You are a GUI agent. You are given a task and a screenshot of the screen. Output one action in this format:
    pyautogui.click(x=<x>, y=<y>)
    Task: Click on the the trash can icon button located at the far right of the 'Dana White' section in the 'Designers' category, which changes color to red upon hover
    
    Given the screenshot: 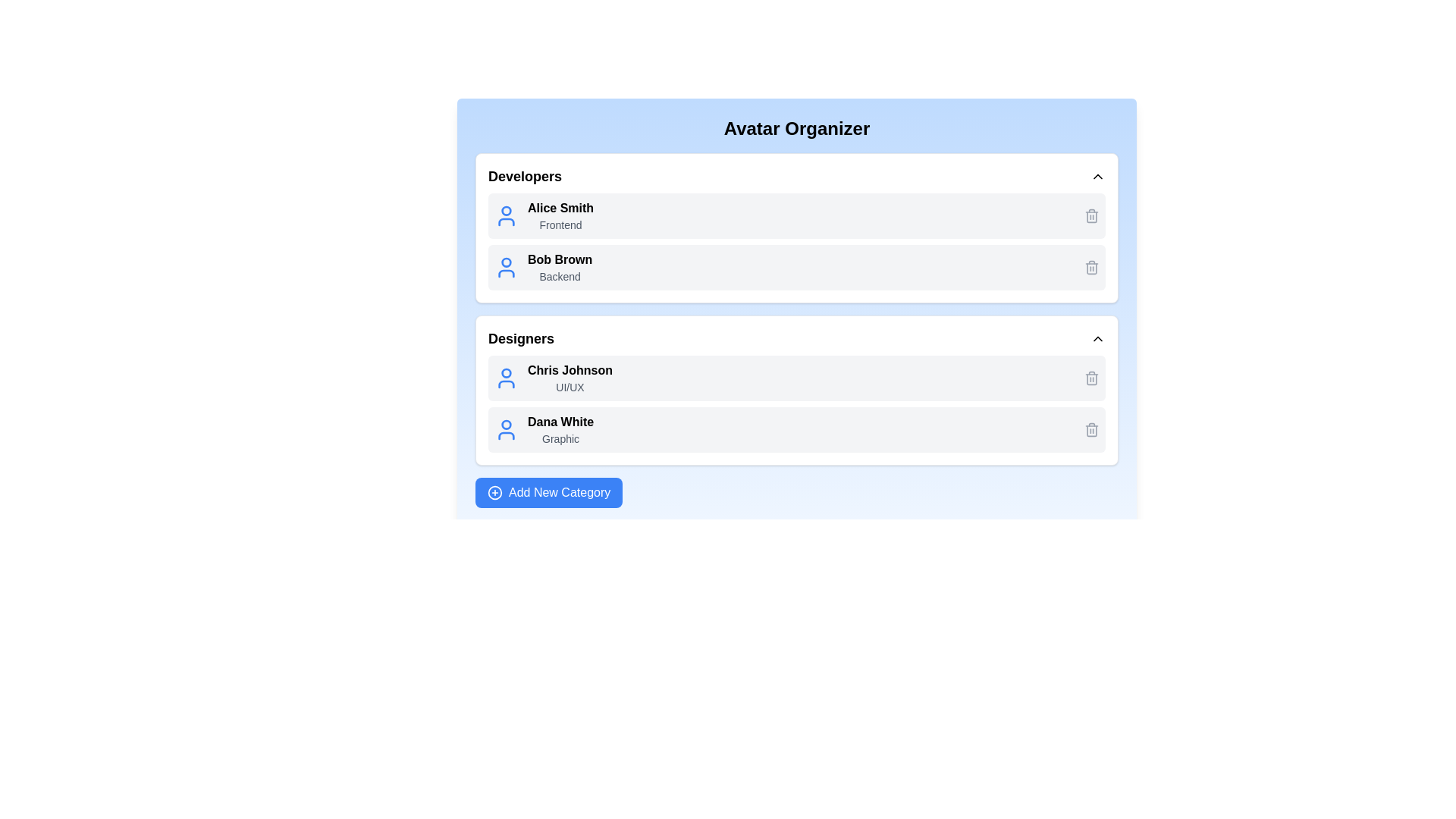 What is the action you would take?
    pyautogui.click(x=1092, y=430)
    